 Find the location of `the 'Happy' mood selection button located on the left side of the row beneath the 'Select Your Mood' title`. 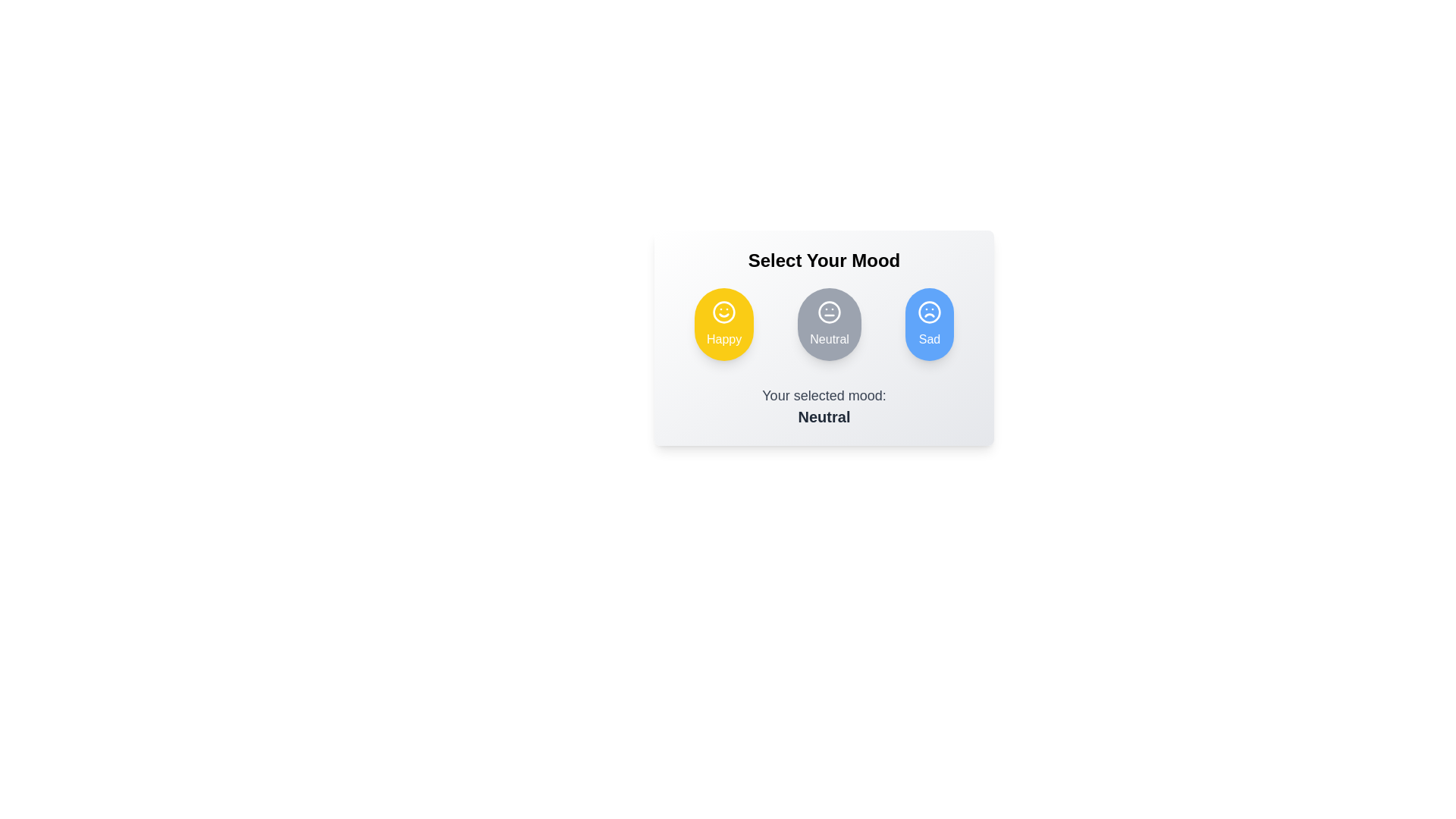

the 'Happy' mood selection button located on the left side of the row beneath the 'Select Your Mood' title is located at coordinates (723, 312).